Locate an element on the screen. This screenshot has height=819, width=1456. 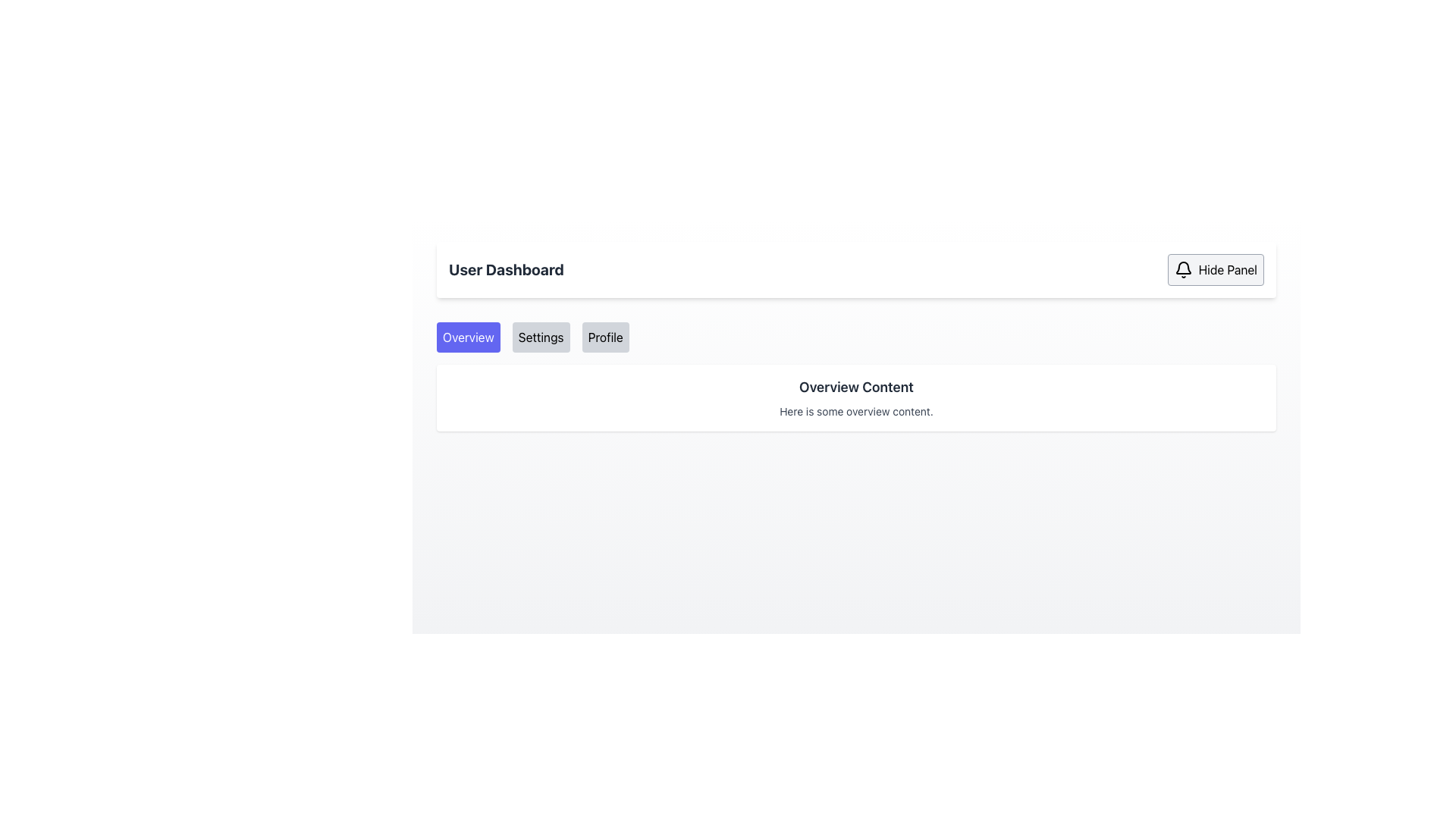
the 'Settings' button, which is a rectangular button with a light gray background and bold black text, located in the navigation bar beneath 'User Dashboard' is located at coordinates (541, 336).